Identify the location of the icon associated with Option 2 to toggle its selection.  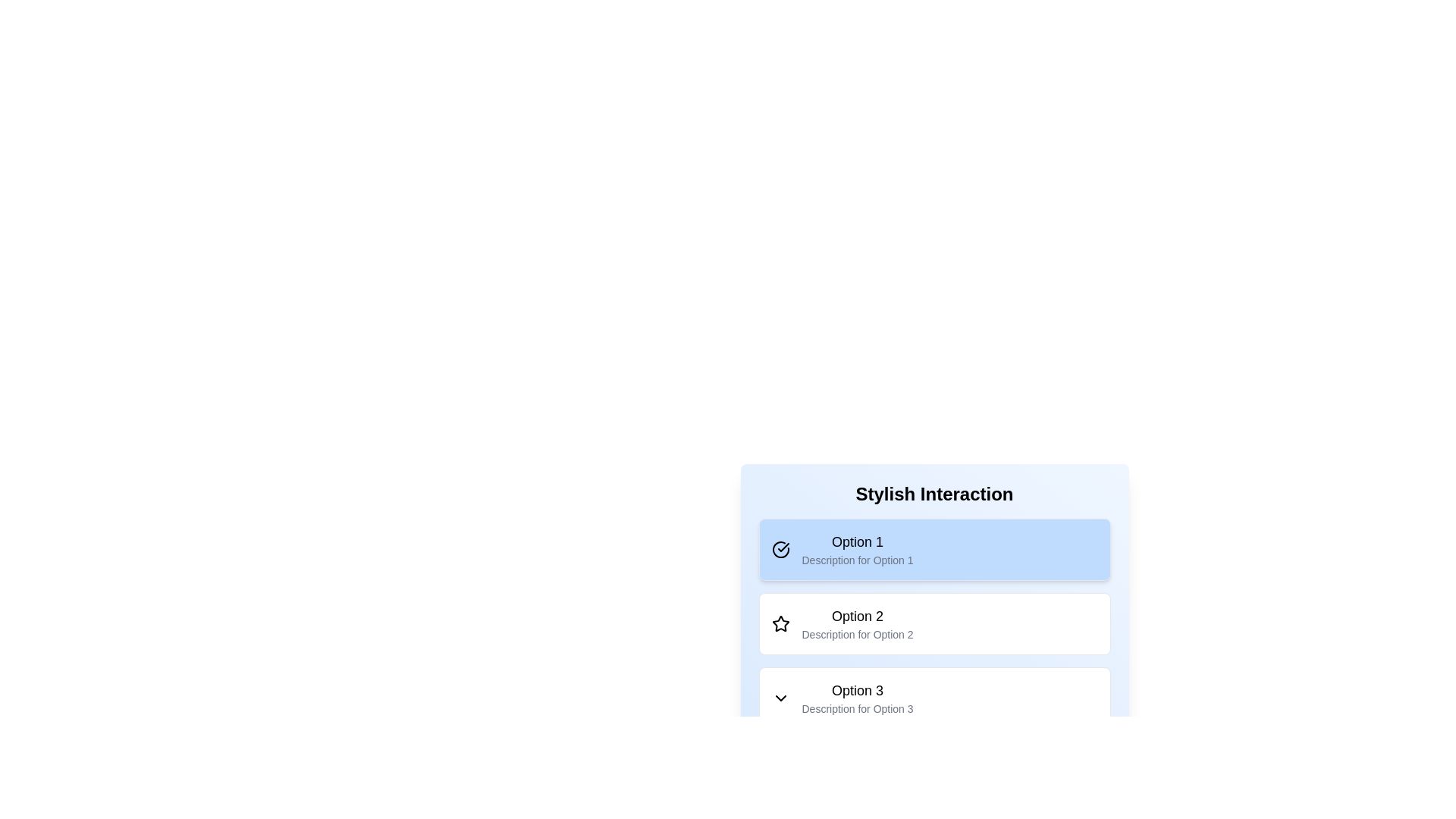
(780, 623).